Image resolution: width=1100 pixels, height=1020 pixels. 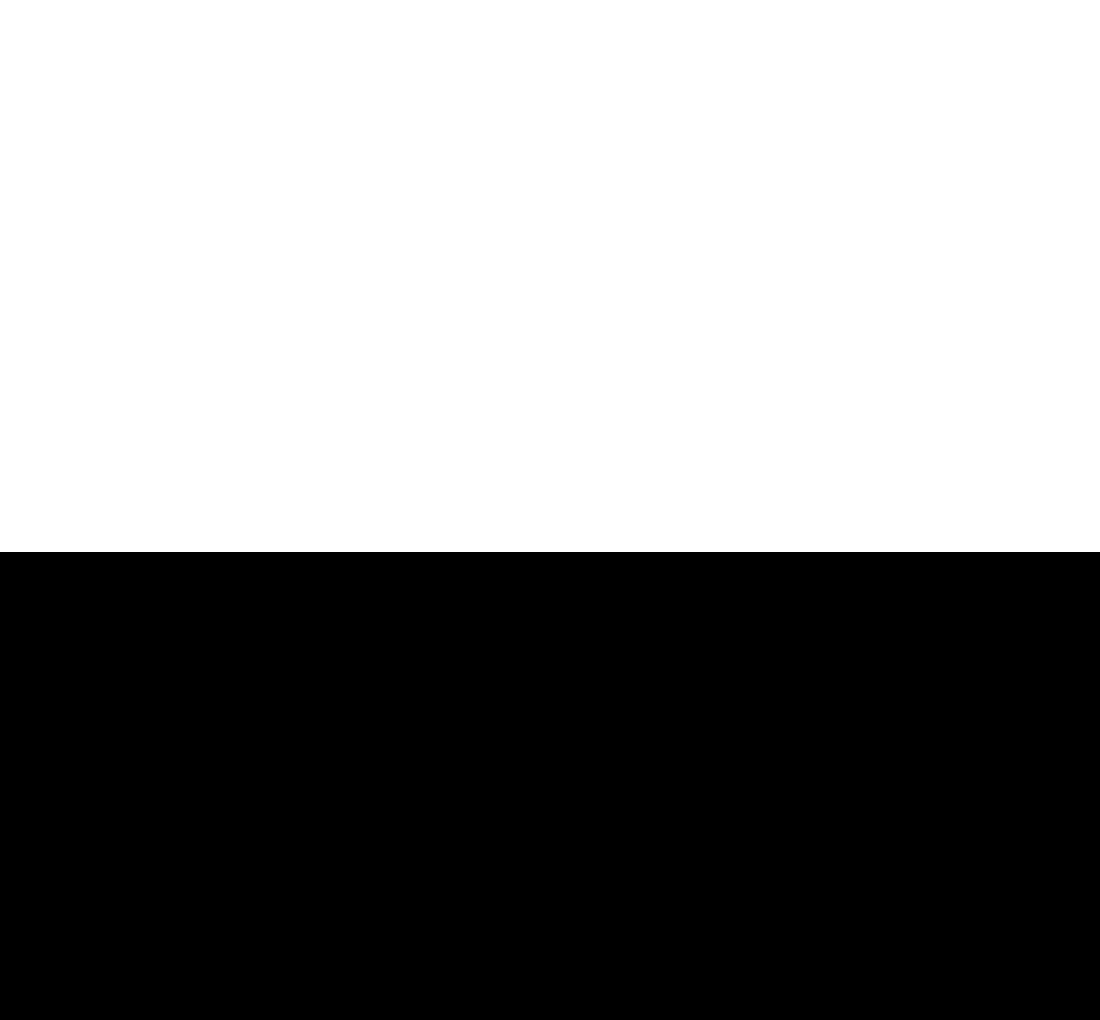 I want to click on 'Disney+ adds a stronger warning ahead of films with racist stereotypes', so click(x=270, y=145).